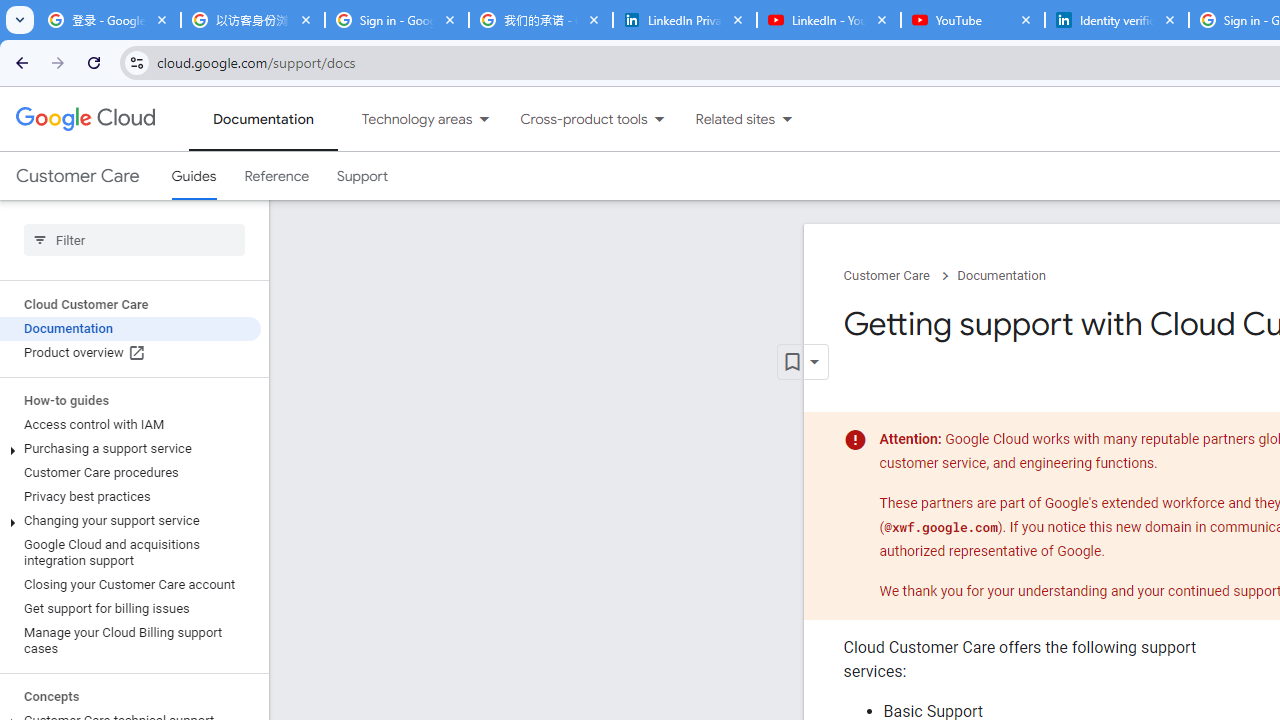 The image size is (1280, 720). I want to click on 'Purchasing a support service', so click(129, 447).